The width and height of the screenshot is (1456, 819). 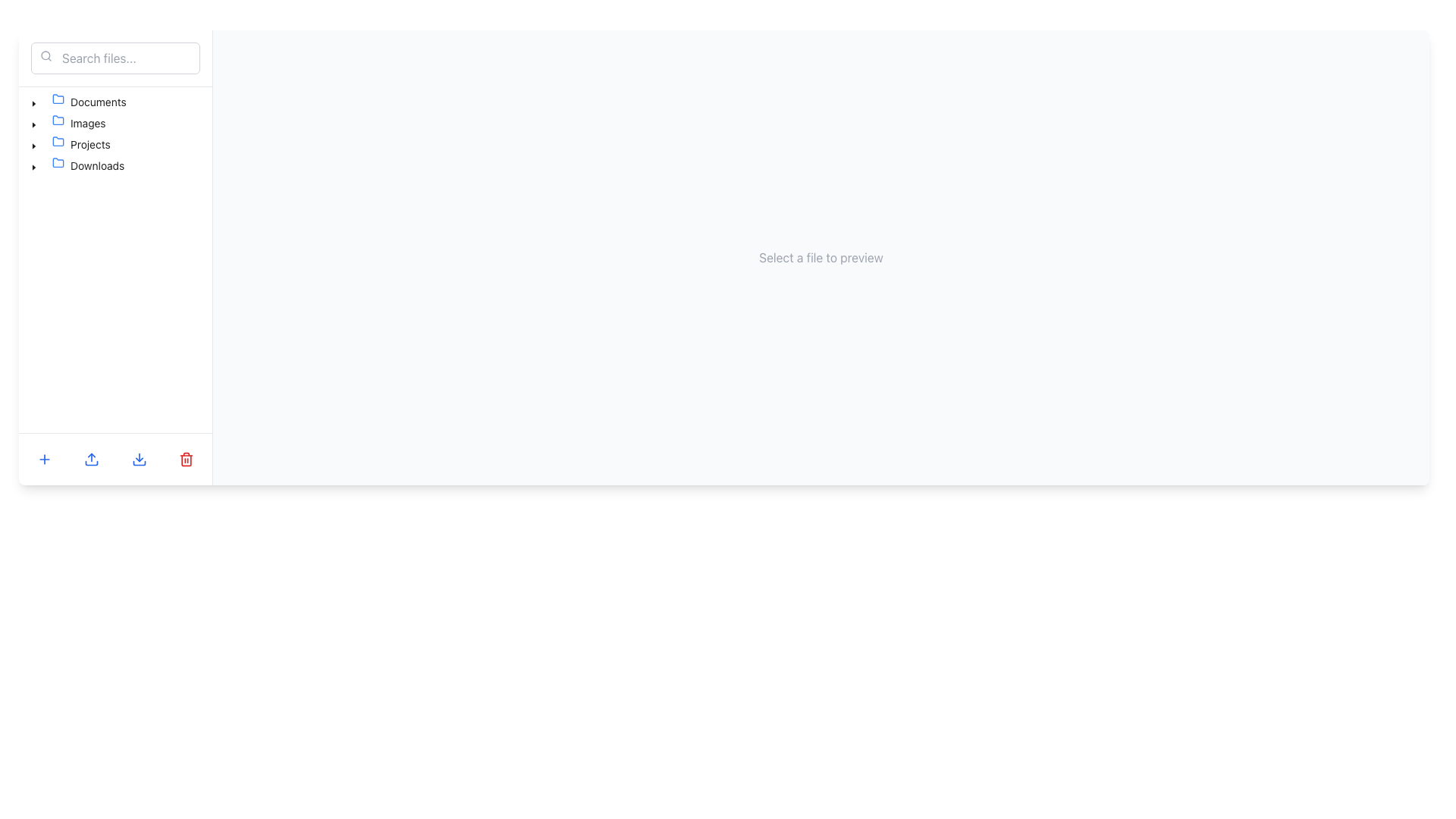 What do you see at coordinates (44, 458) in the screenshot?
I see `the blue plus icon button located at the bottom left corner of the interface` at bounding box center [44, 458].